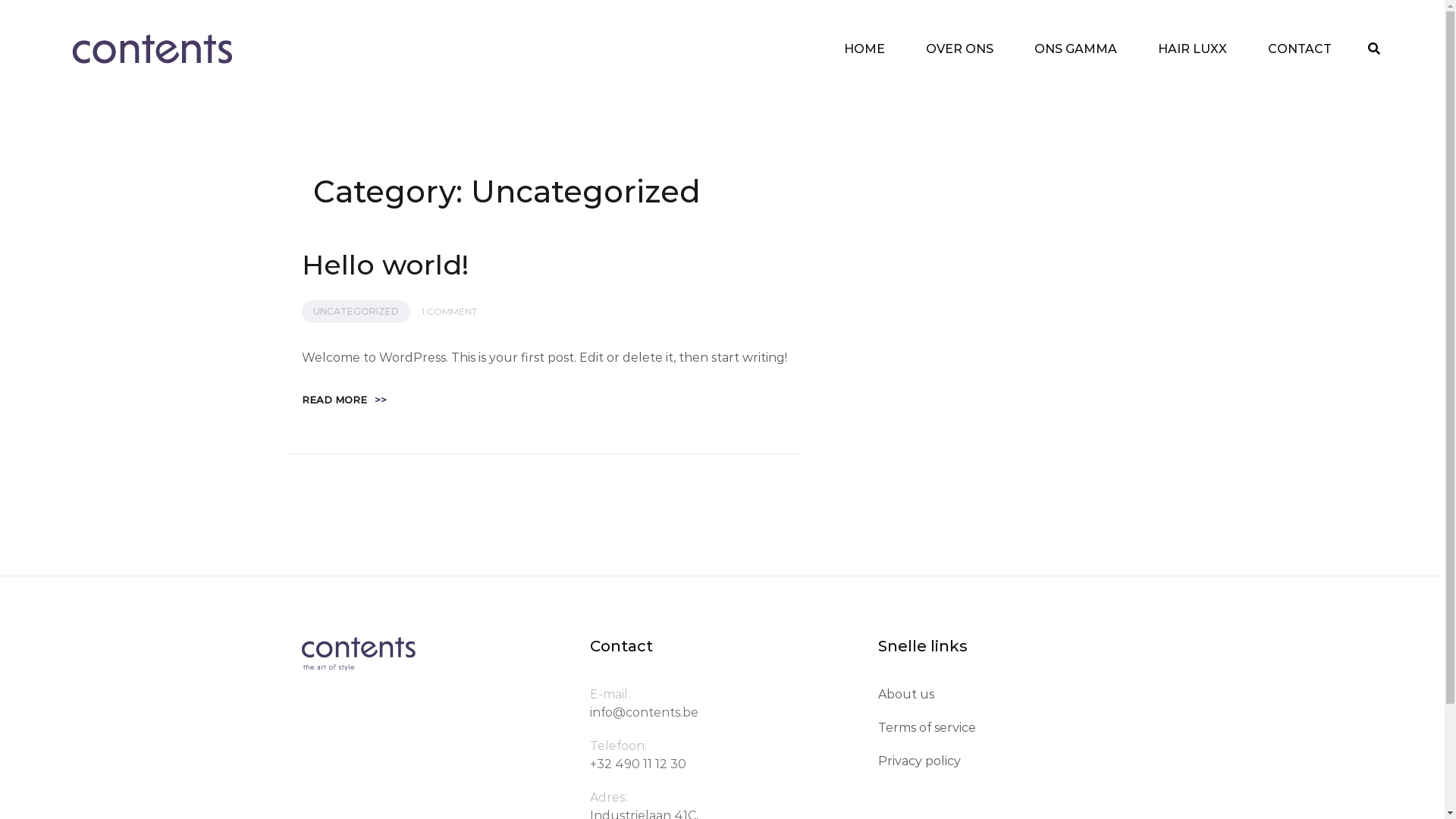 The height and width of the screenshot is (819, 1456). What do you see at coordinates (344, 400) in the screenshot?
I see `'READ MORE>>'` at bounding box center [344, 400].